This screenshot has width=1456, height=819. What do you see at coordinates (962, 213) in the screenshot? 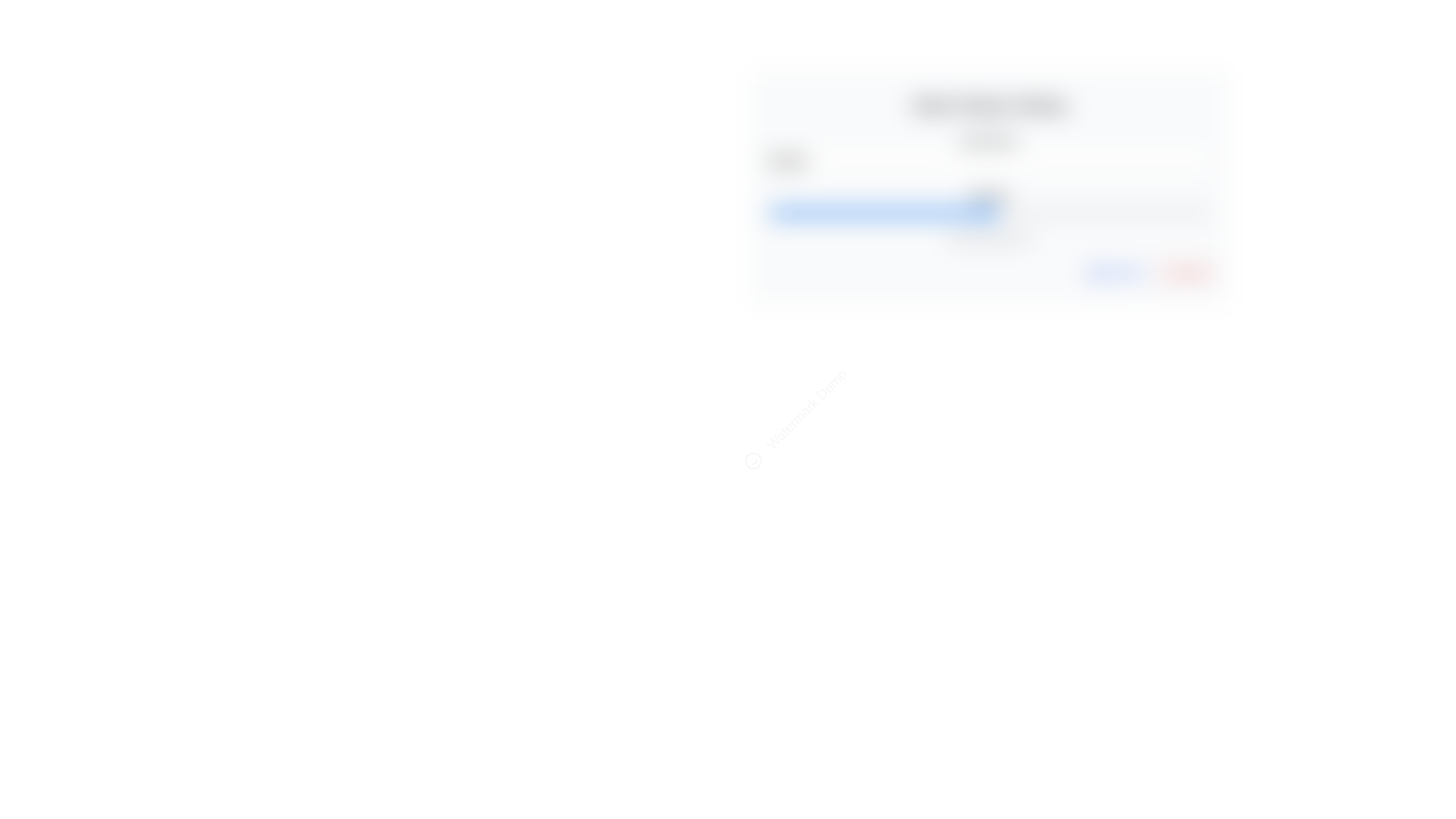
I see `the slider value` at bounding box center [962, 213].